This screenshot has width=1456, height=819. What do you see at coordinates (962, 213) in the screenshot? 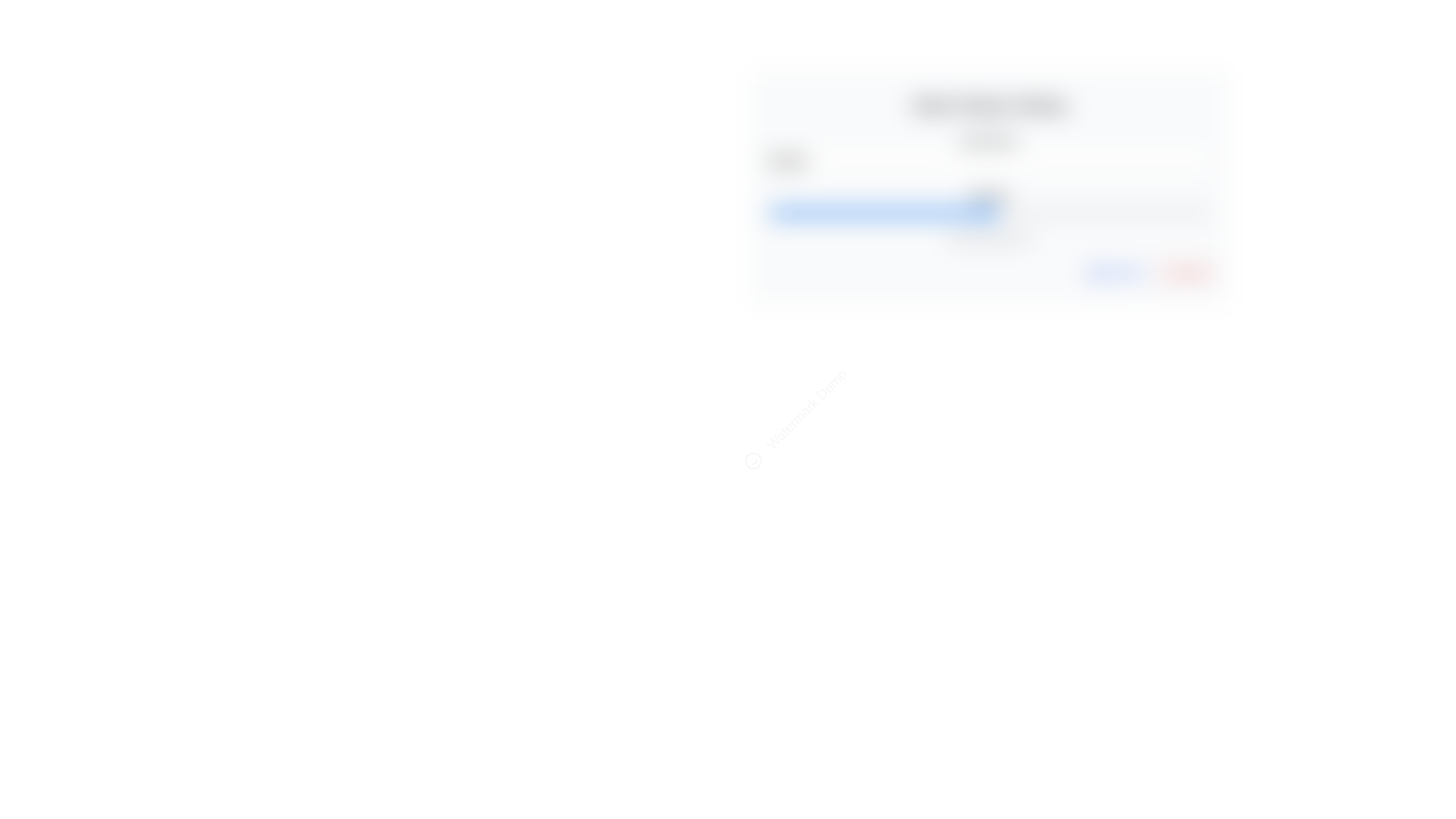
I see `the slider value` at bounding box center [962, 213].